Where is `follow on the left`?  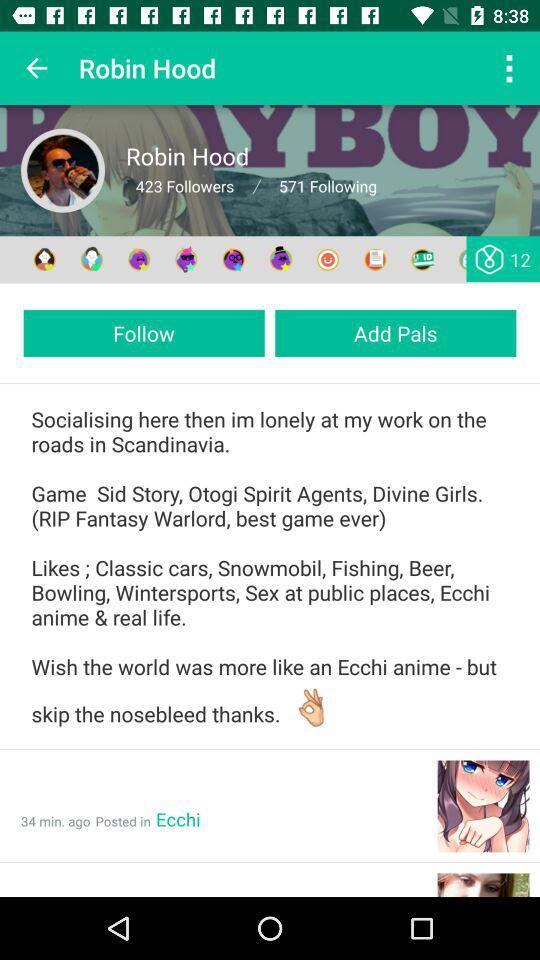
follow on the left is located at coordinates (143, 333).